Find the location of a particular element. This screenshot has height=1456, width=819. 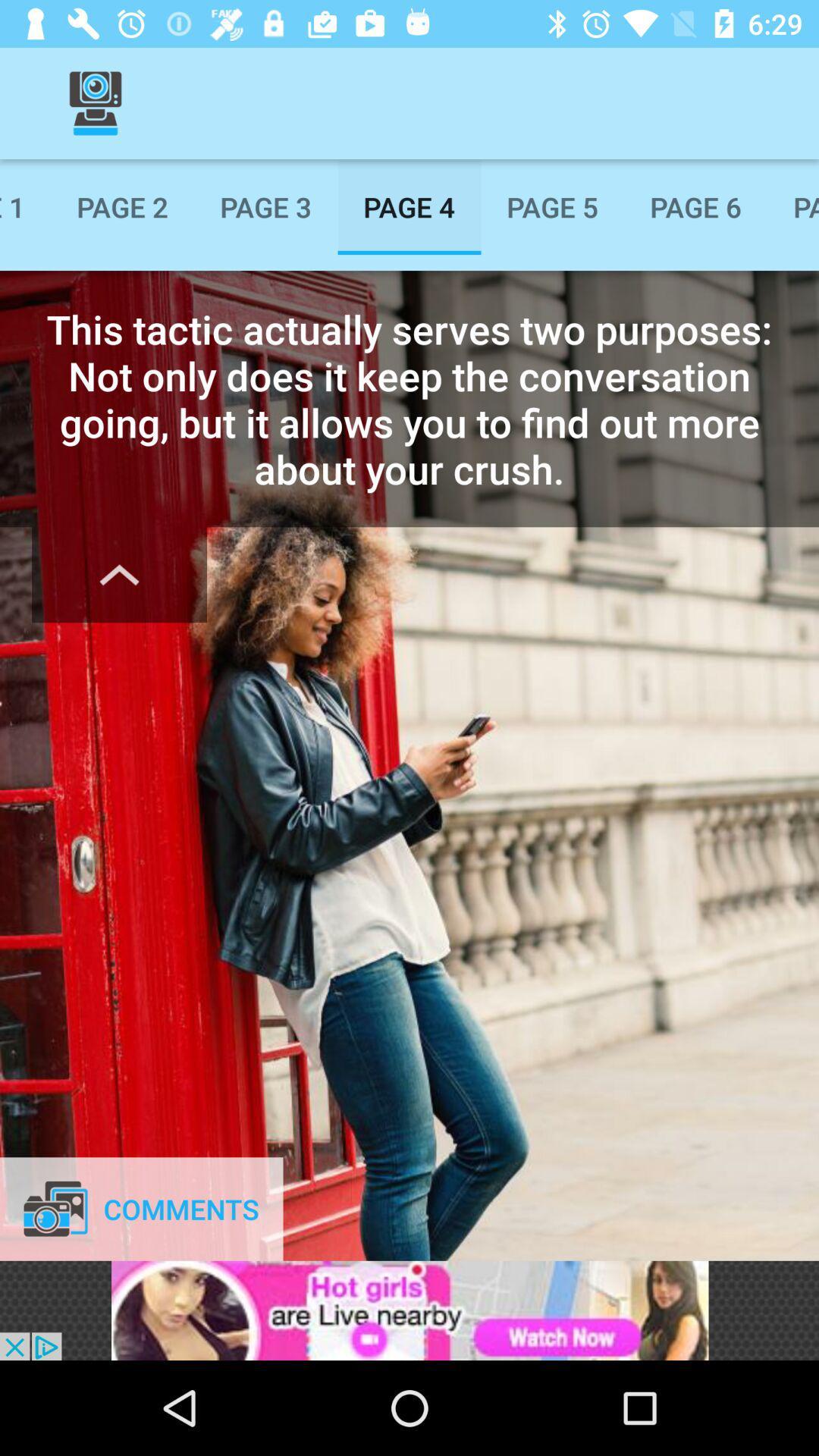

advertisement is located at coordinates (409, 1310).